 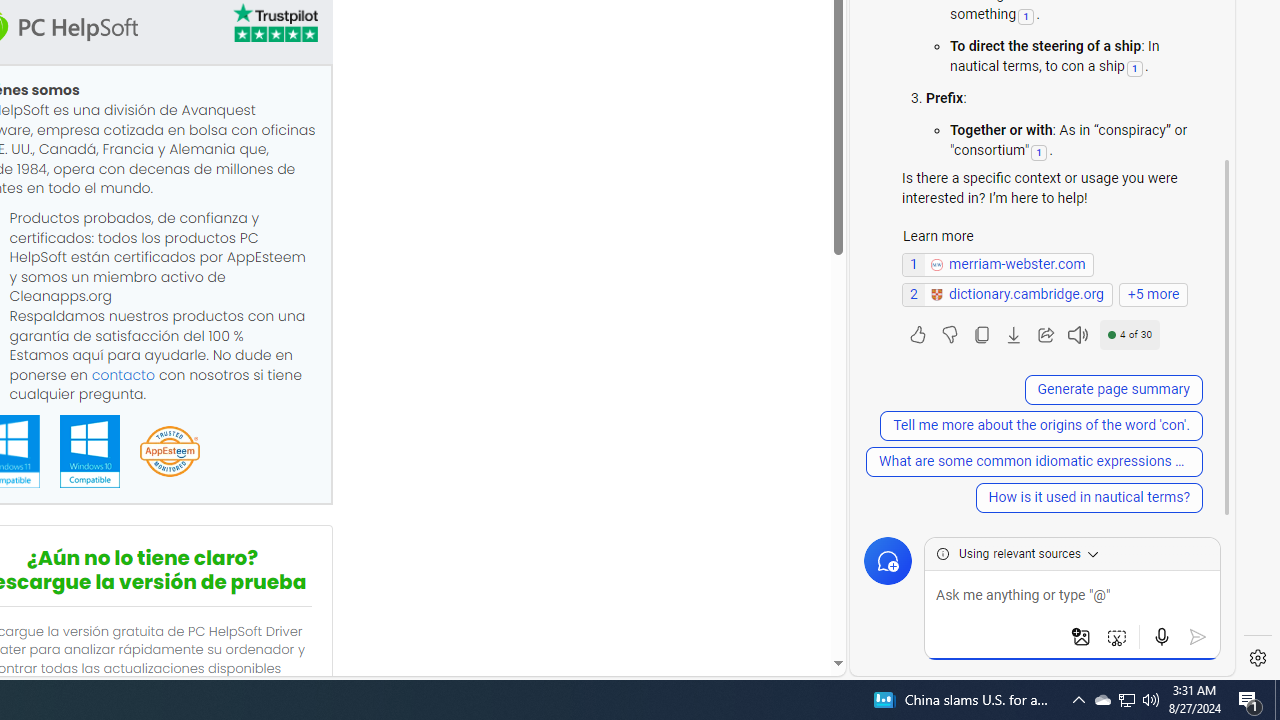 I want to click on 'Windows 10 Compatible', so click(x=88, y=451).